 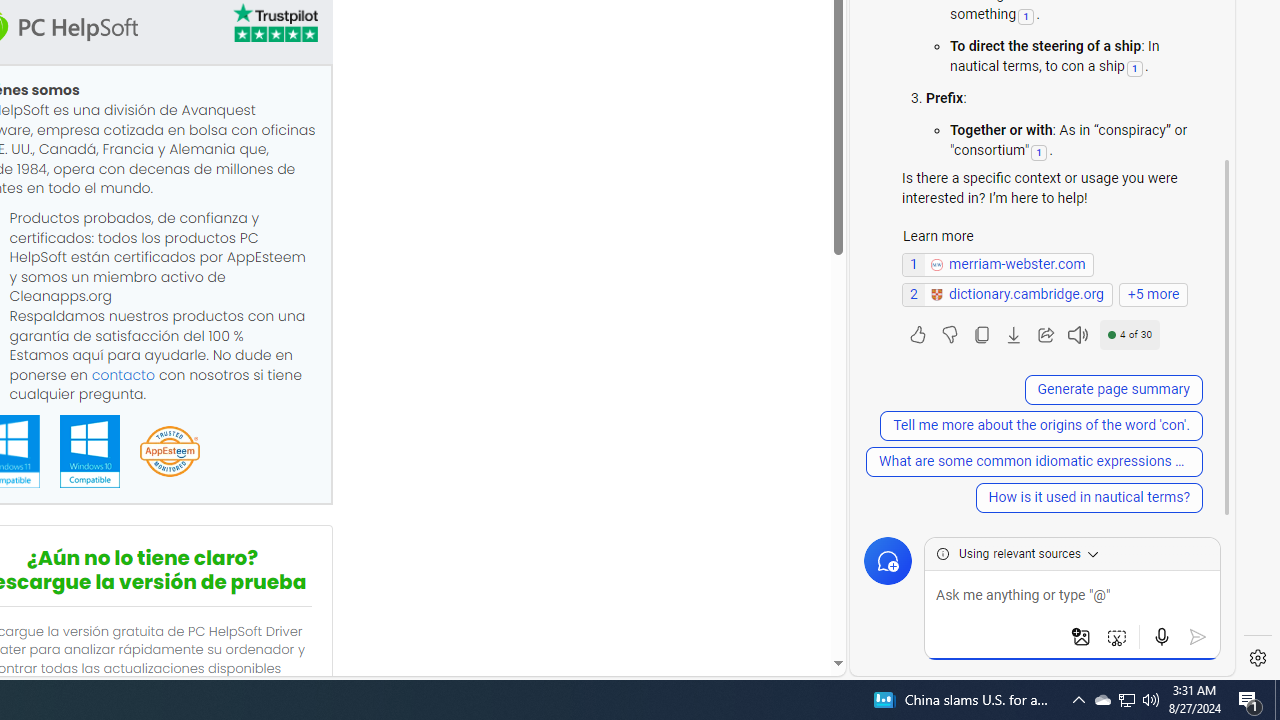 I want to click on 'Windows 10 Compatible', so click(x=88, y=451).